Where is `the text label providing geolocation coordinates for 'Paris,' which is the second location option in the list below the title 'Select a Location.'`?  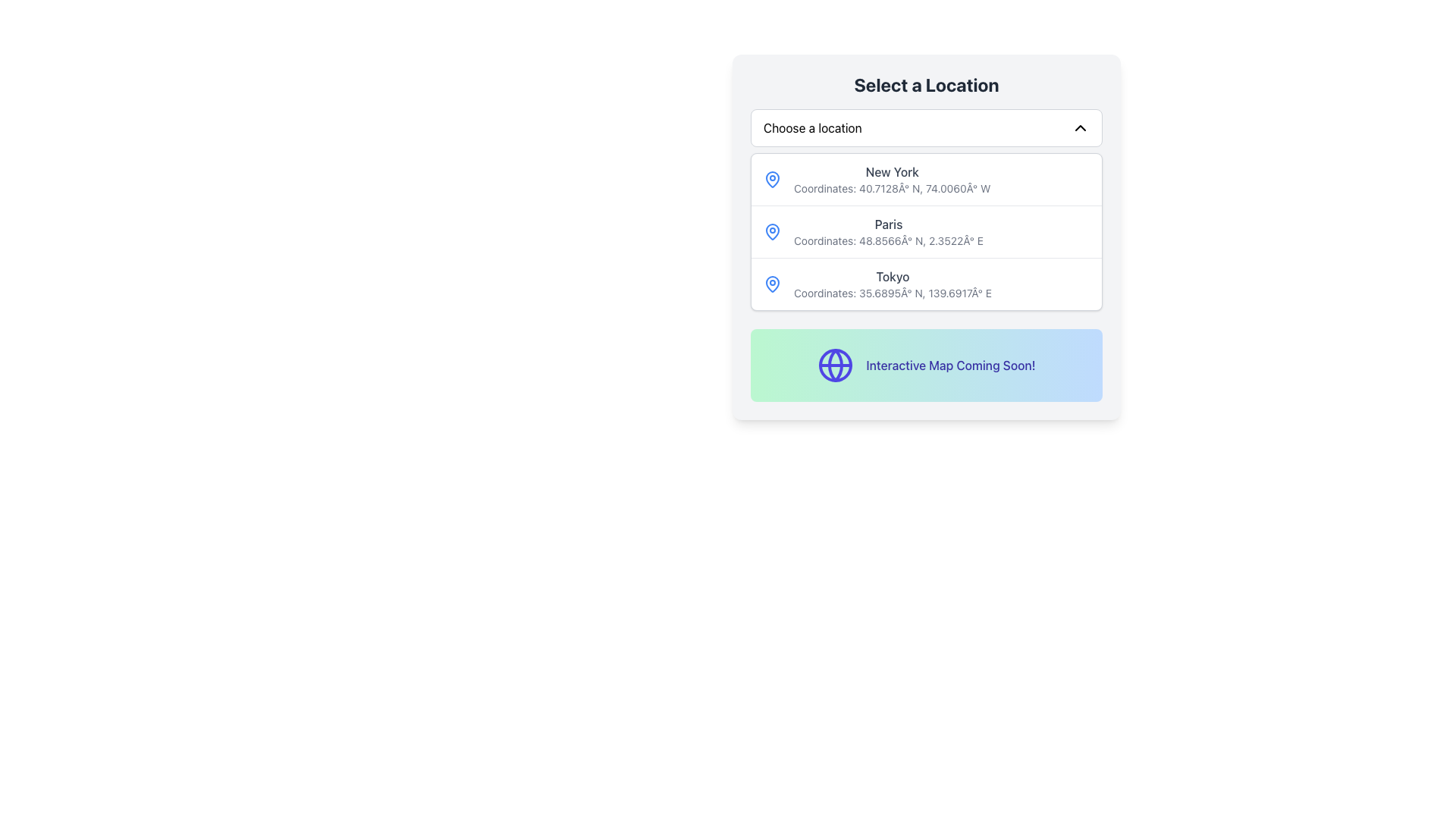 the text label providing geolocation coordinates for 'Paris,' which is the second location option in the list below the title 'Select a Location.' is located at coordinates (888, 240).